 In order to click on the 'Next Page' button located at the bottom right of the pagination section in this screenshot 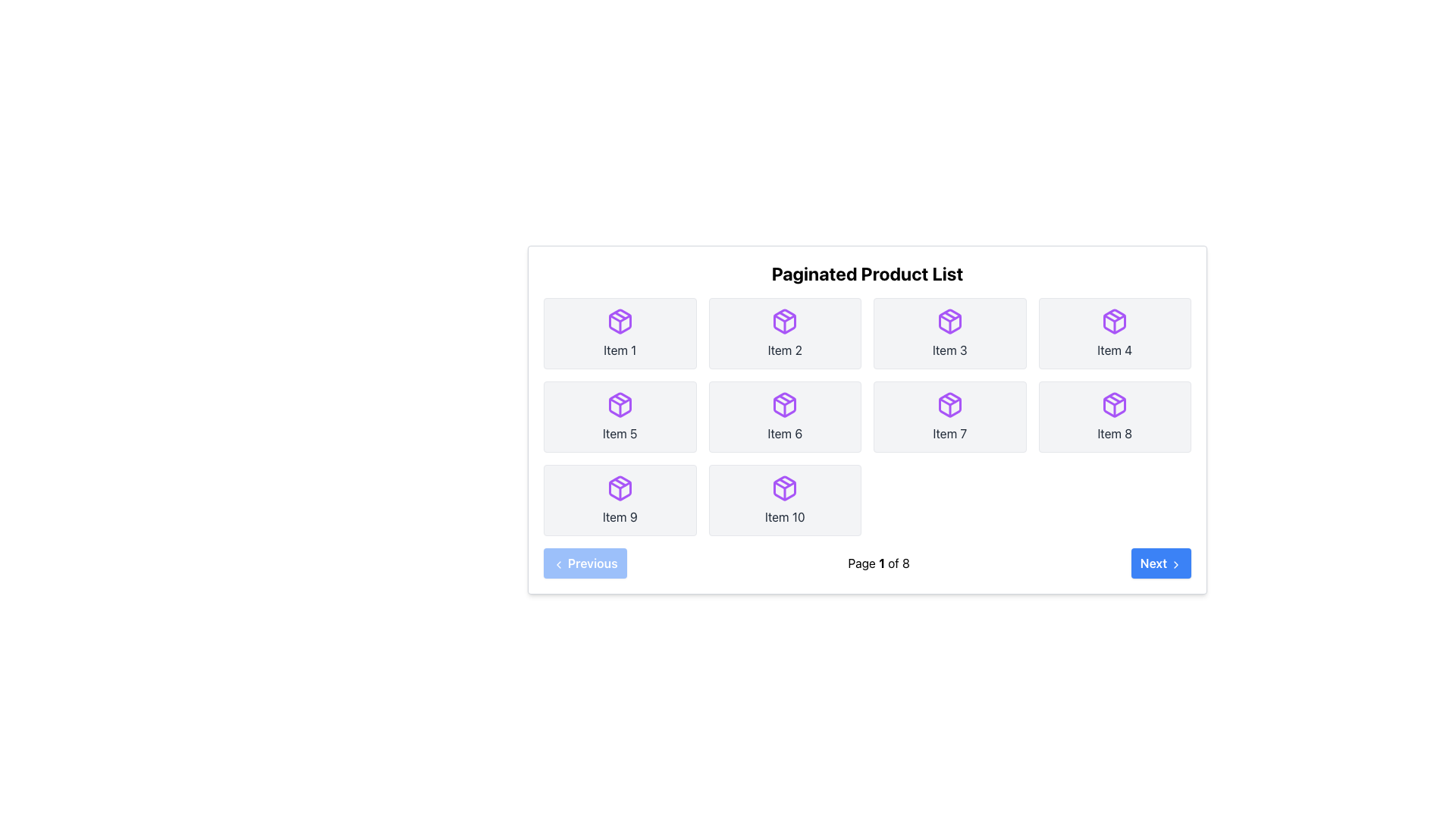, I will do `click(1160, 563)`.